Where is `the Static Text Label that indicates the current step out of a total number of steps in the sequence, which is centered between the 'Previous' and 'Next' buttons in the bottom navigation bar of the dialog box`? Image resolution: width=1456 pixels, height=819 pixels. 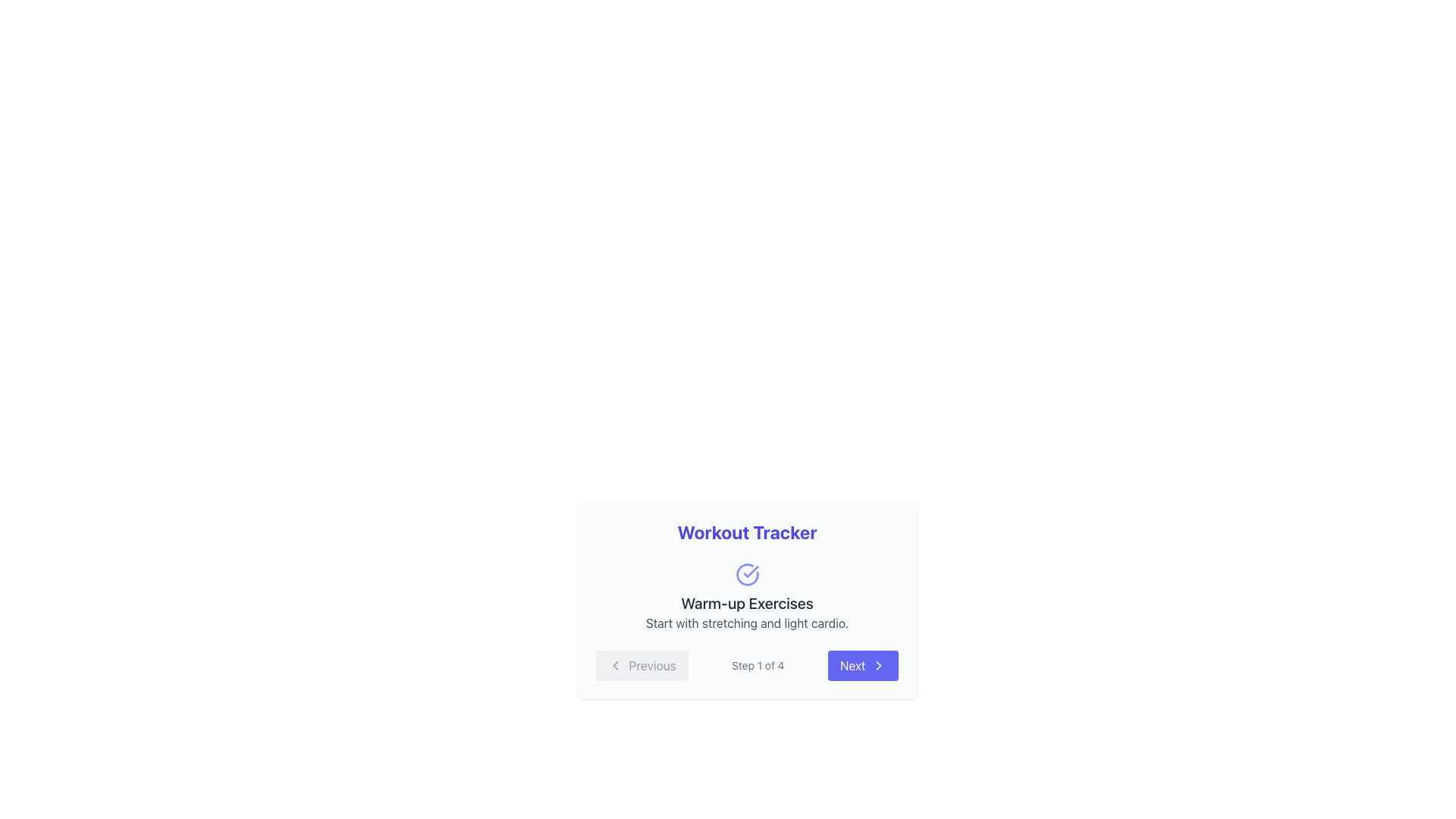 the Static Text Label that indicates the current step out of a total number of steps in the sequence, which is centered between the 'Previous' and 'Next' buttons in the bottom navigation bar of the dialog box is located at coordinates (758, 665).